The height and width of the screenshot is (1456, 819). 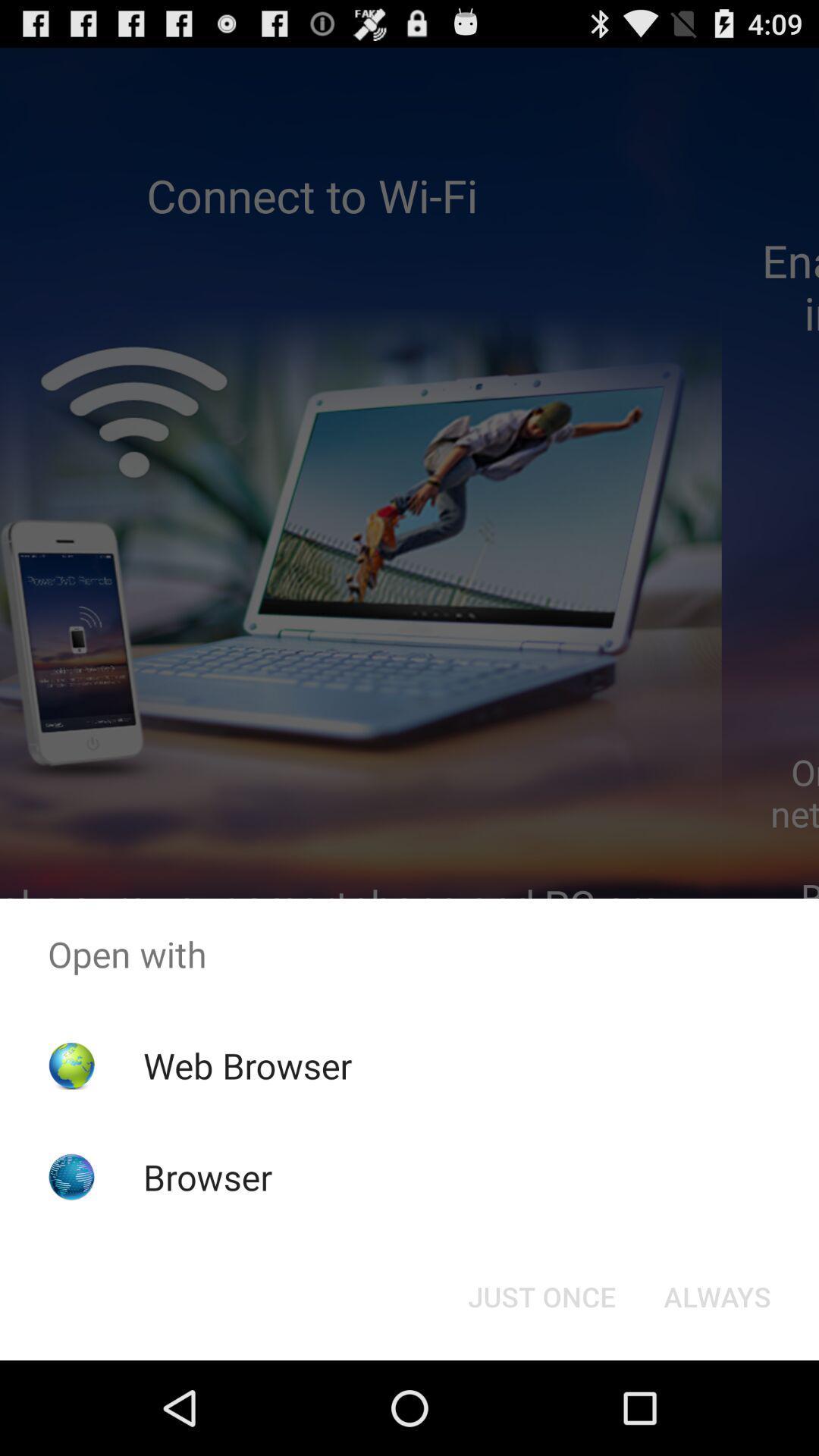 What do you see at coordinates (246, 1065) in the screenshot?
I see `the item below the open with item` at bounding box center [246, 1065].